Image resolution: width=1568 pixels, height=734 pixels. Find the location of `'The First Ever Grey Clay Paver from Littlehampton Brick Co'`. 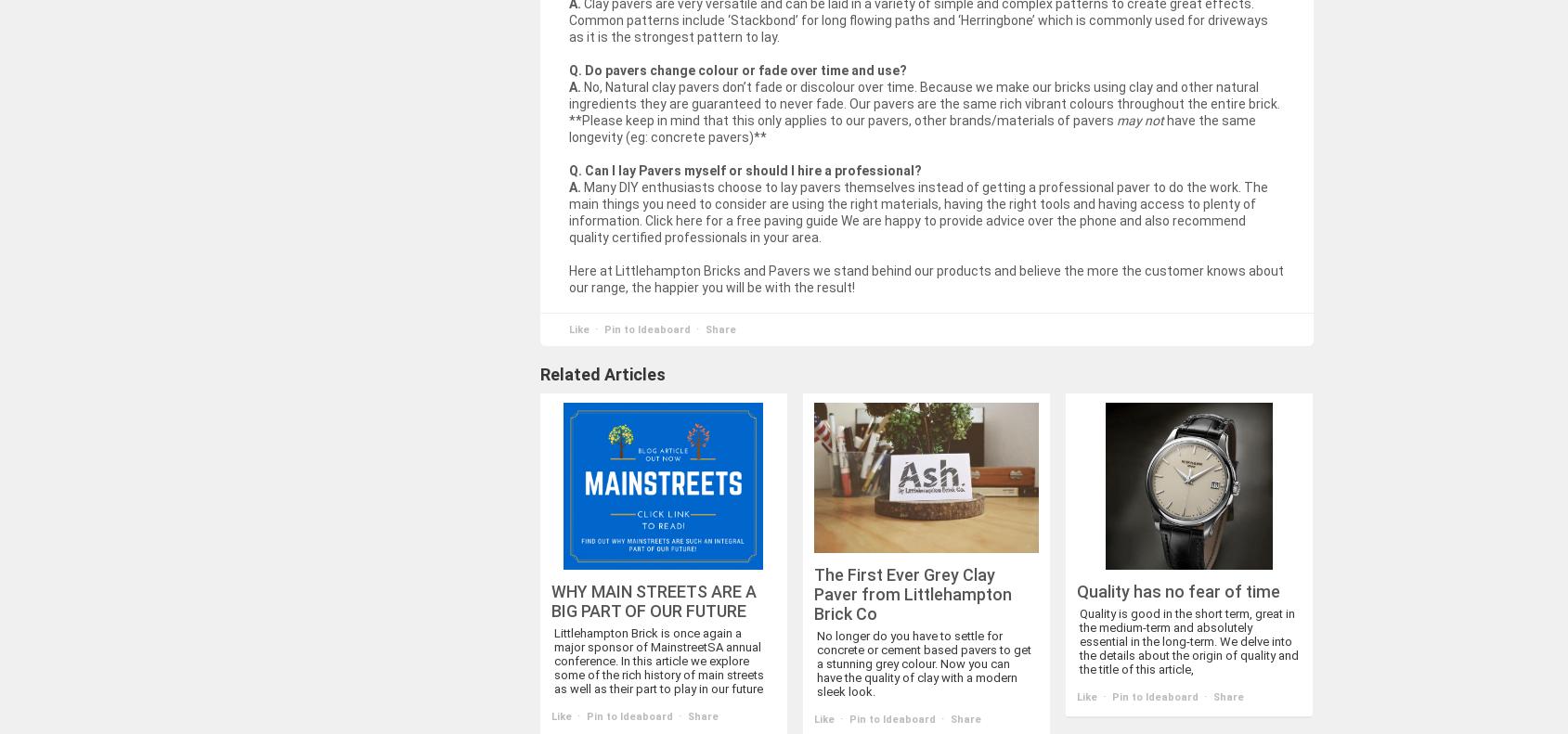

'The First Ever Grey Clay Paver from Littlehampton Brick Co' is located at coordinates (911, 593).